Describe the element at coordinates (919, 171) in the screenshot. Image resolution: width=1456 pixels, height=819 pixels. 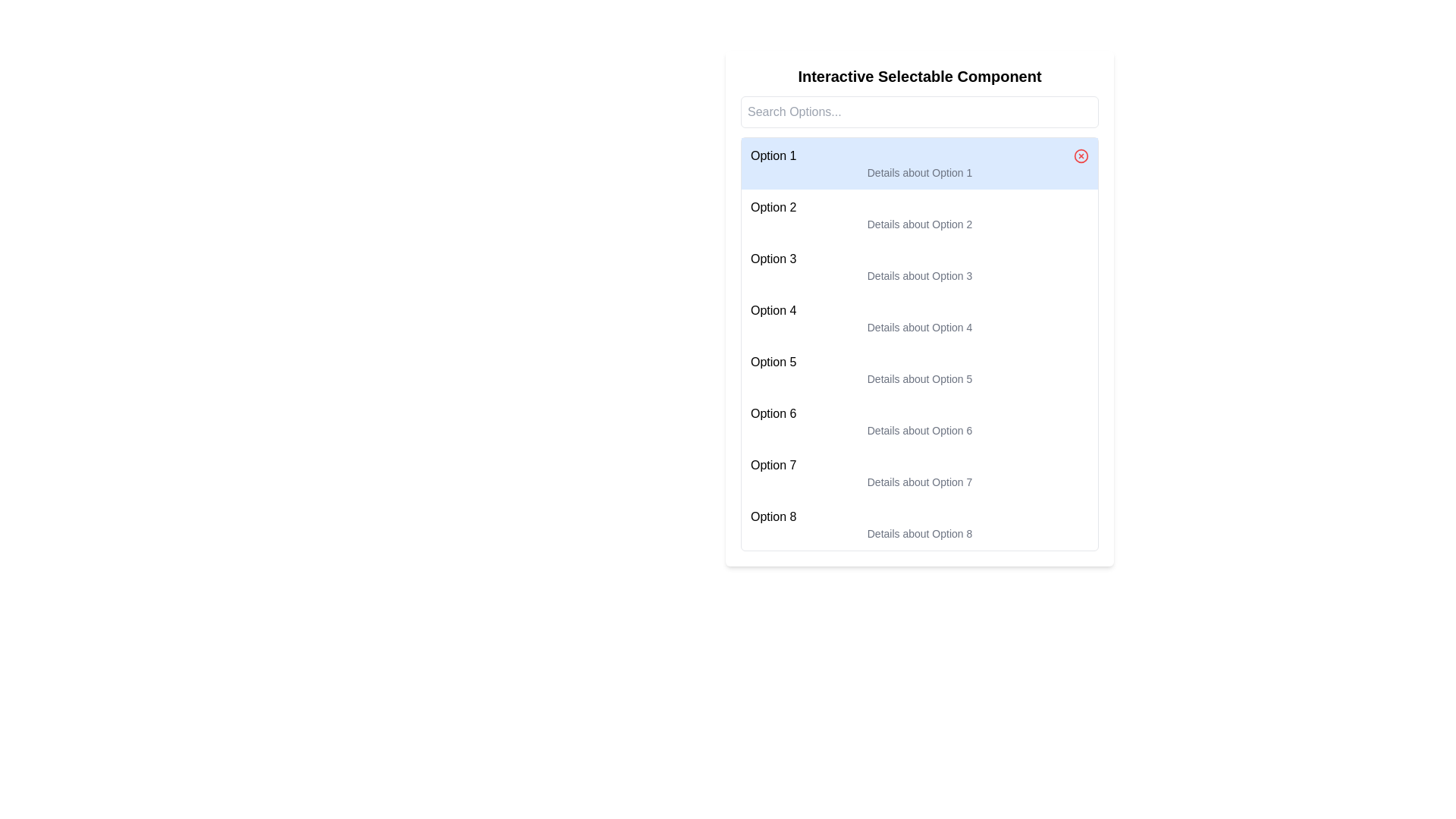
I see `the text label displaying 'Details about Option 1', which is located below the main title 'Option 1' within the first selectable option box` at that location.